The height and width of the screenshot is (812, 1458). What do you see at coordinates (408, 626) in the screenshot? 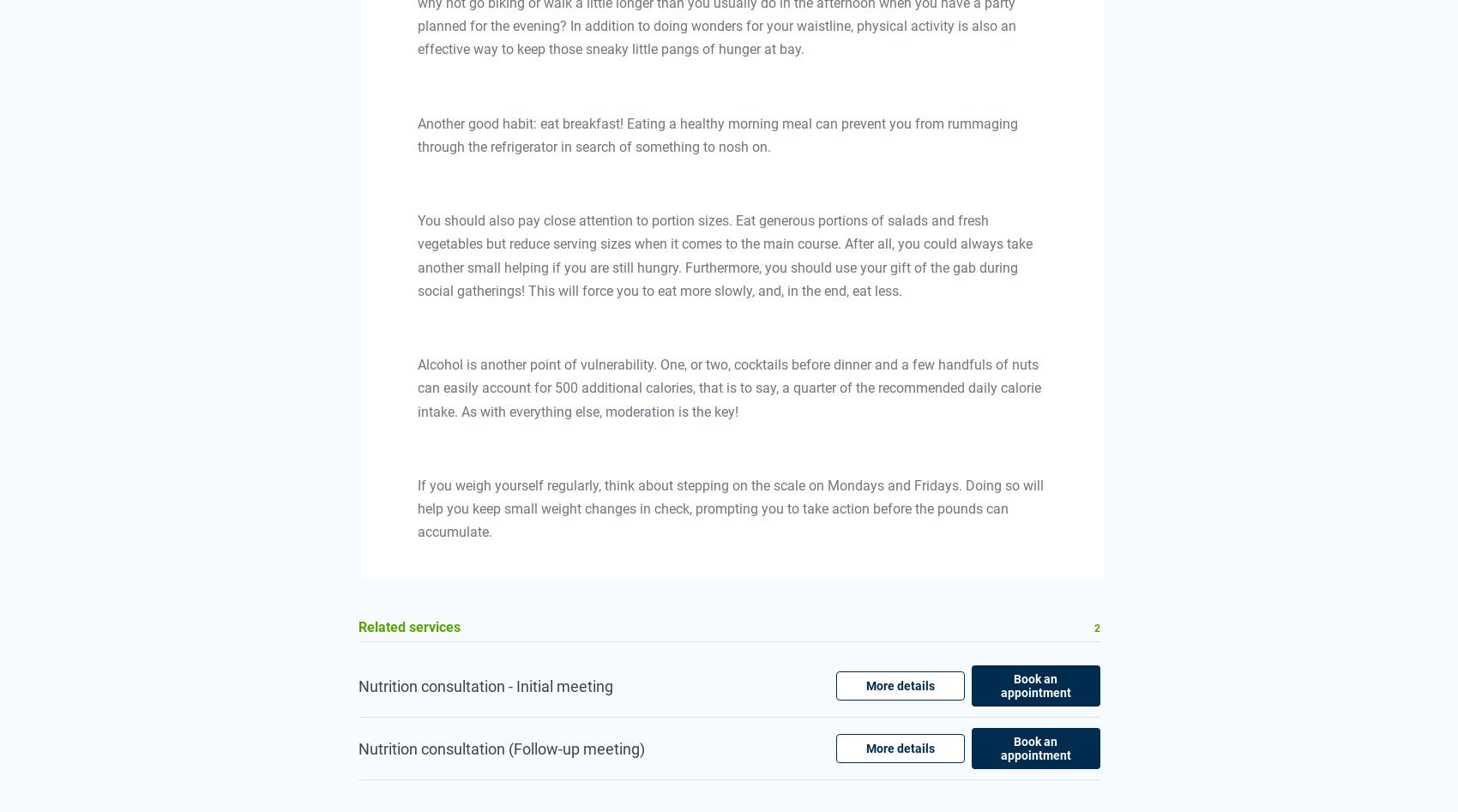
I see `'Related services'` at bounding box center [408, 626].